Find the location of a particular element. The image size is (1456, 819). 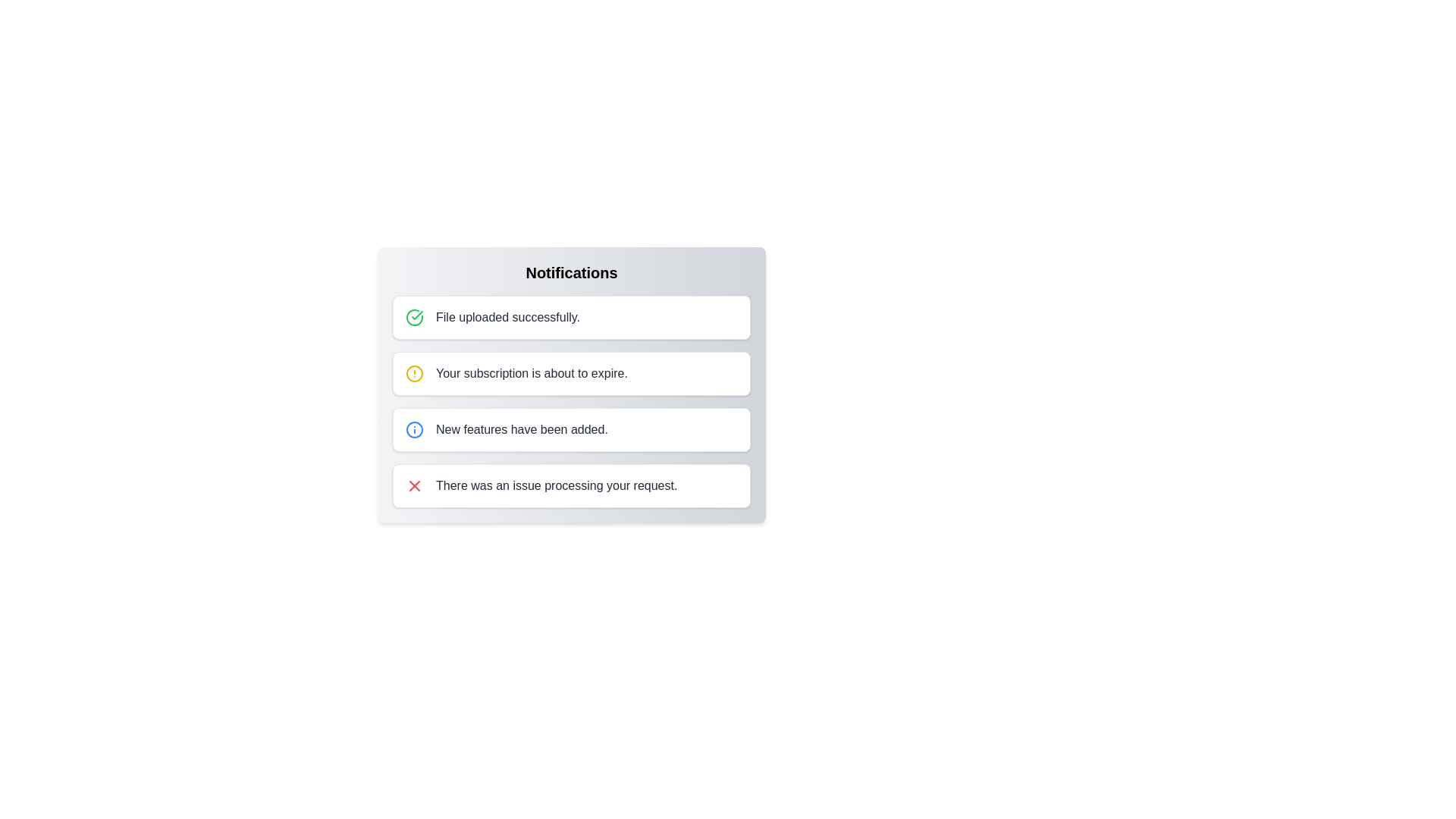

the 'X' icon indicating an issue in the notification list that is located to the left of the text 'There was an issue processing your request.' is located at coordinates (415, 485).